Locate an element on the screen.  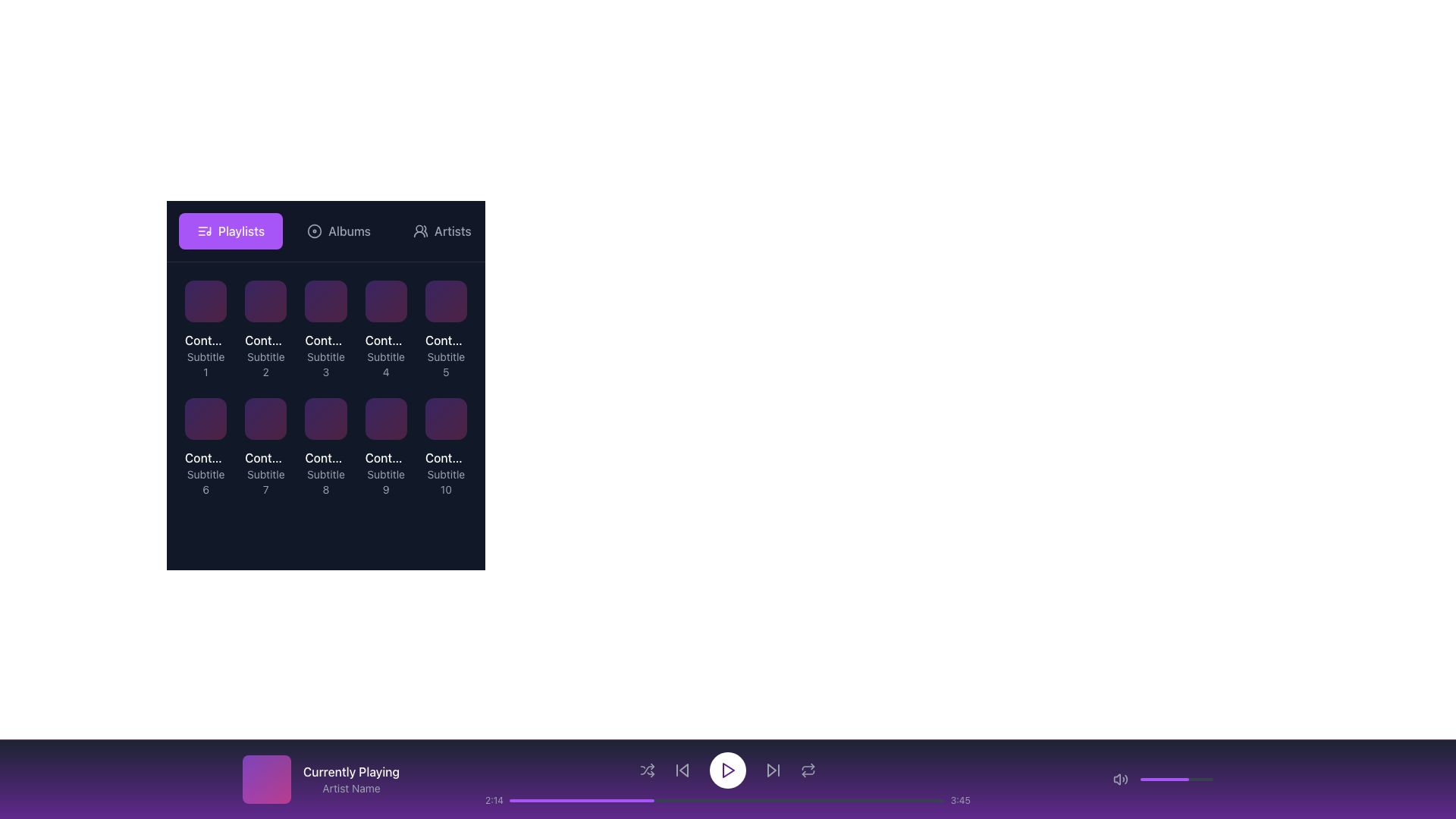
the 'Albums' button, which is the second button in a row of four buttons (Playlists, Albums, Artists, Songs) located near the top of the interface is located at coordinates (337, 231).